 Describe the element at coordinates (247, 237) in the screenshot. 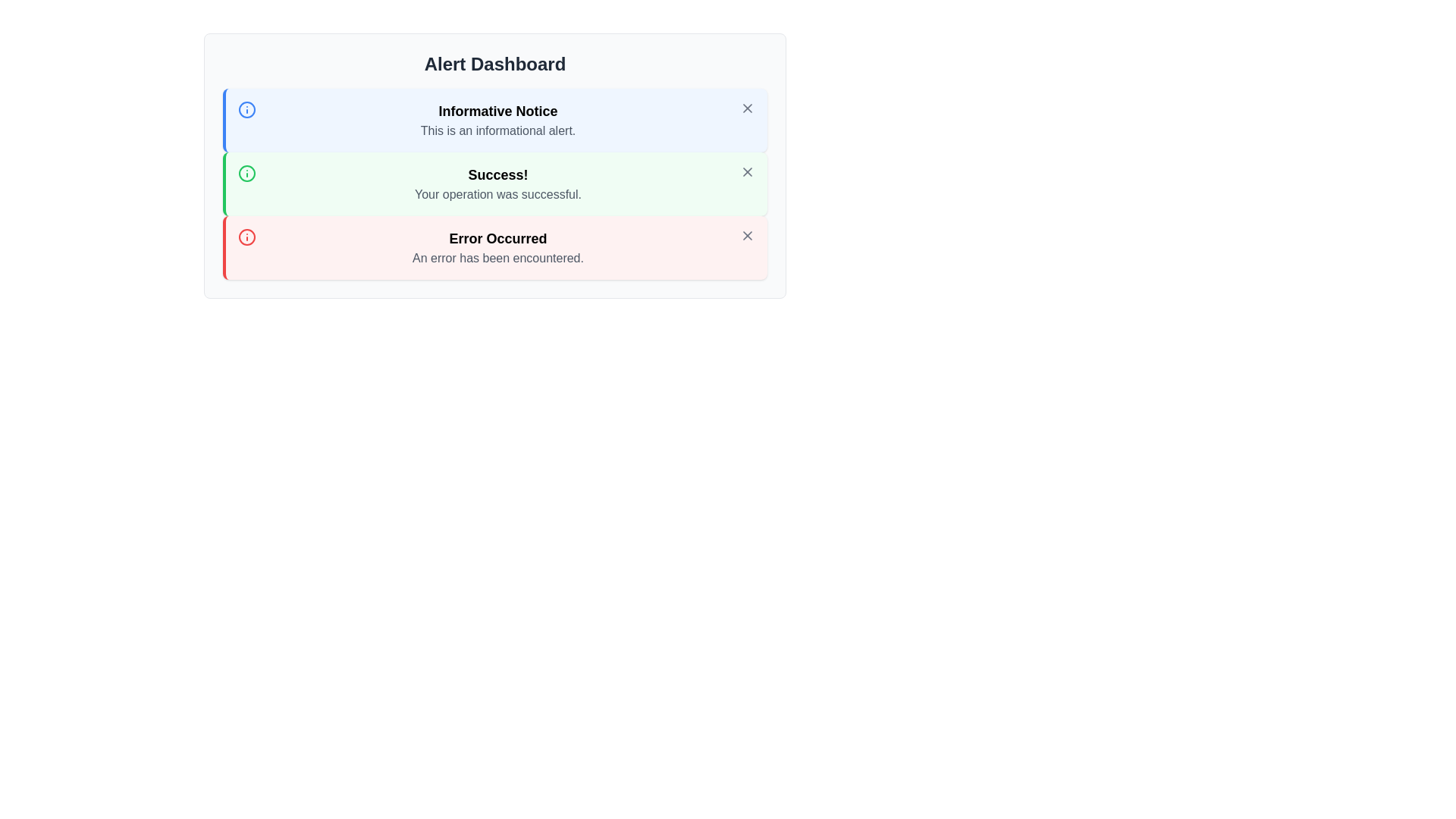

I see `the 'Error Occurred' status icon, which is located in a red, rounded rectangle at the left side of the alert box` at that location.